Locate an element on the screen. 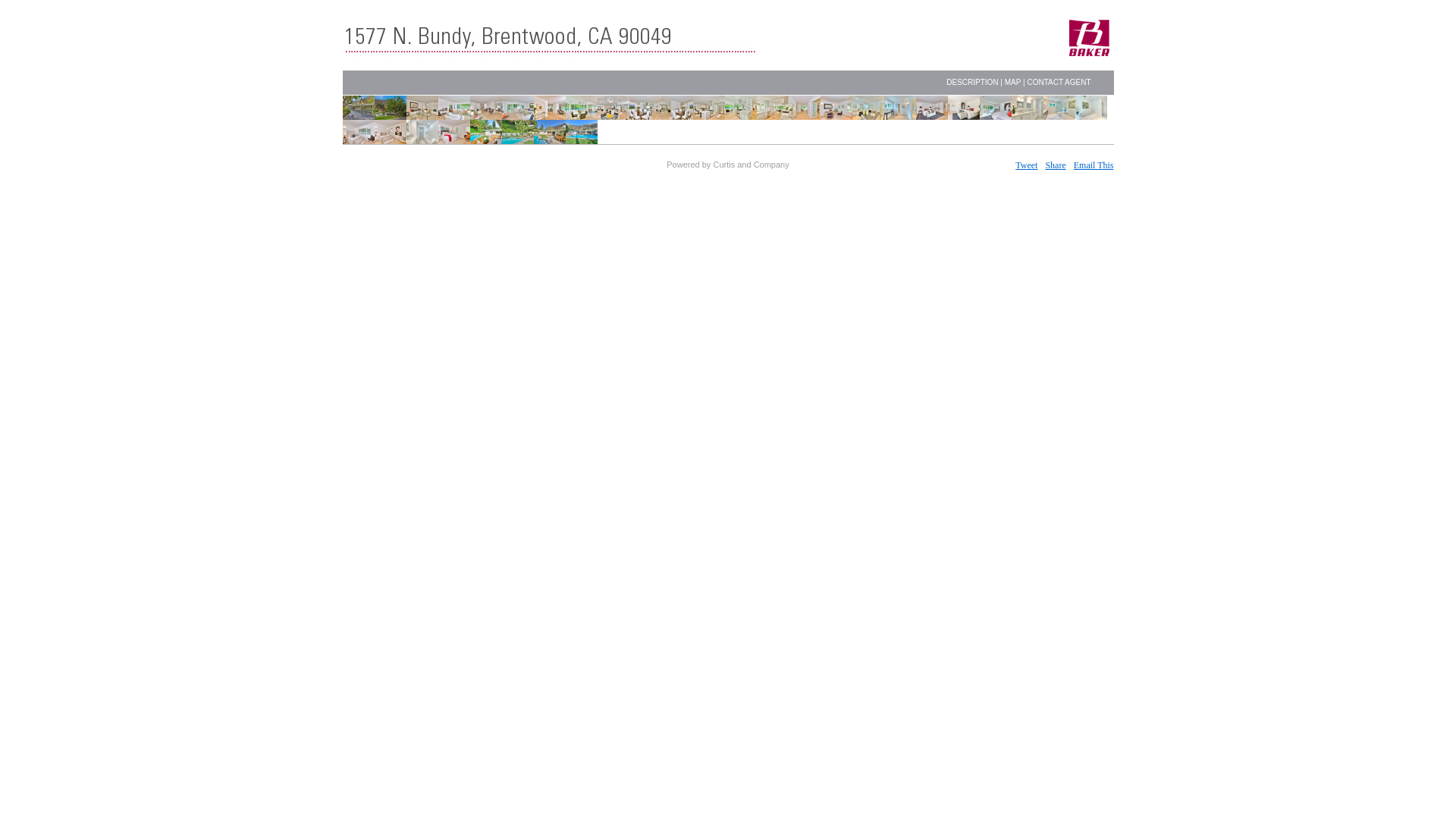 Image resolution: width=1456 pixels, height=819 pixels. 'Curtis and Company' is located at coordinates (750, 164).